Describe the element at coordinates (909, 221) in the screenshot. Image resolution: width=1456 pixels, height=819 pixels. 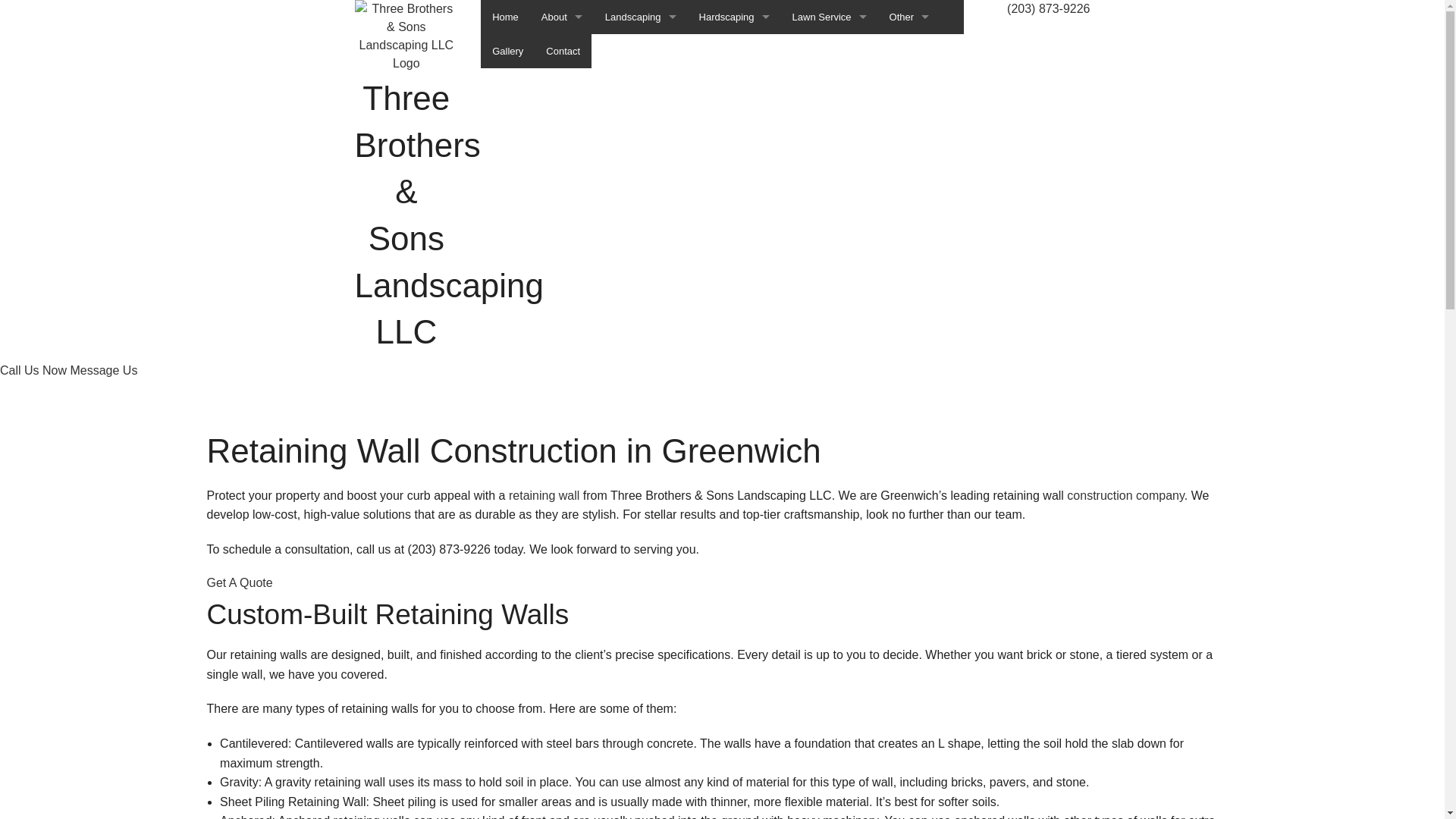
I see `'Shrubs and Hedges'` at that location.